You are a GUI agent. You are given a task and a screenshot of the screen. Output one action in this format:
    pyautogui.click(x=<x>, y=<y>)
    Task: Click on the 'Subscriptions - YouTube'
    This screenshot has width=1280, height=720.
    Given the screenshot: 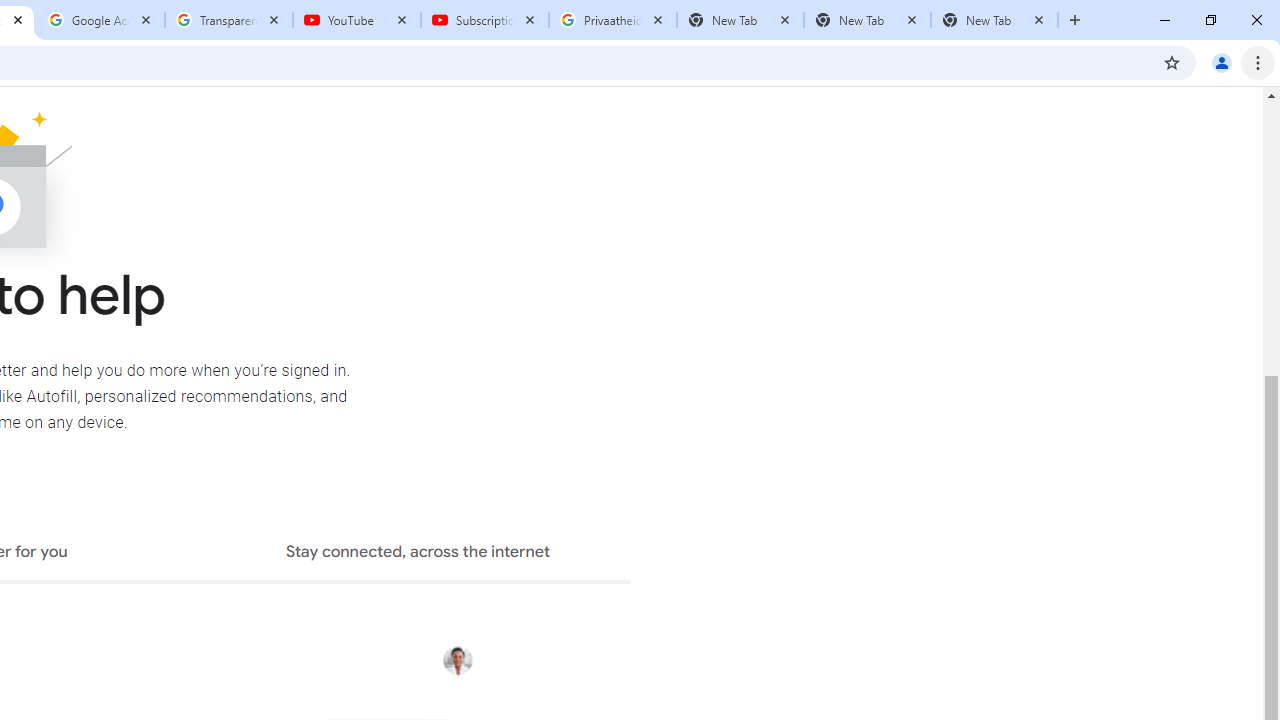 What is the action you would take?
    pyautogui.click(x=485, y=20)
    